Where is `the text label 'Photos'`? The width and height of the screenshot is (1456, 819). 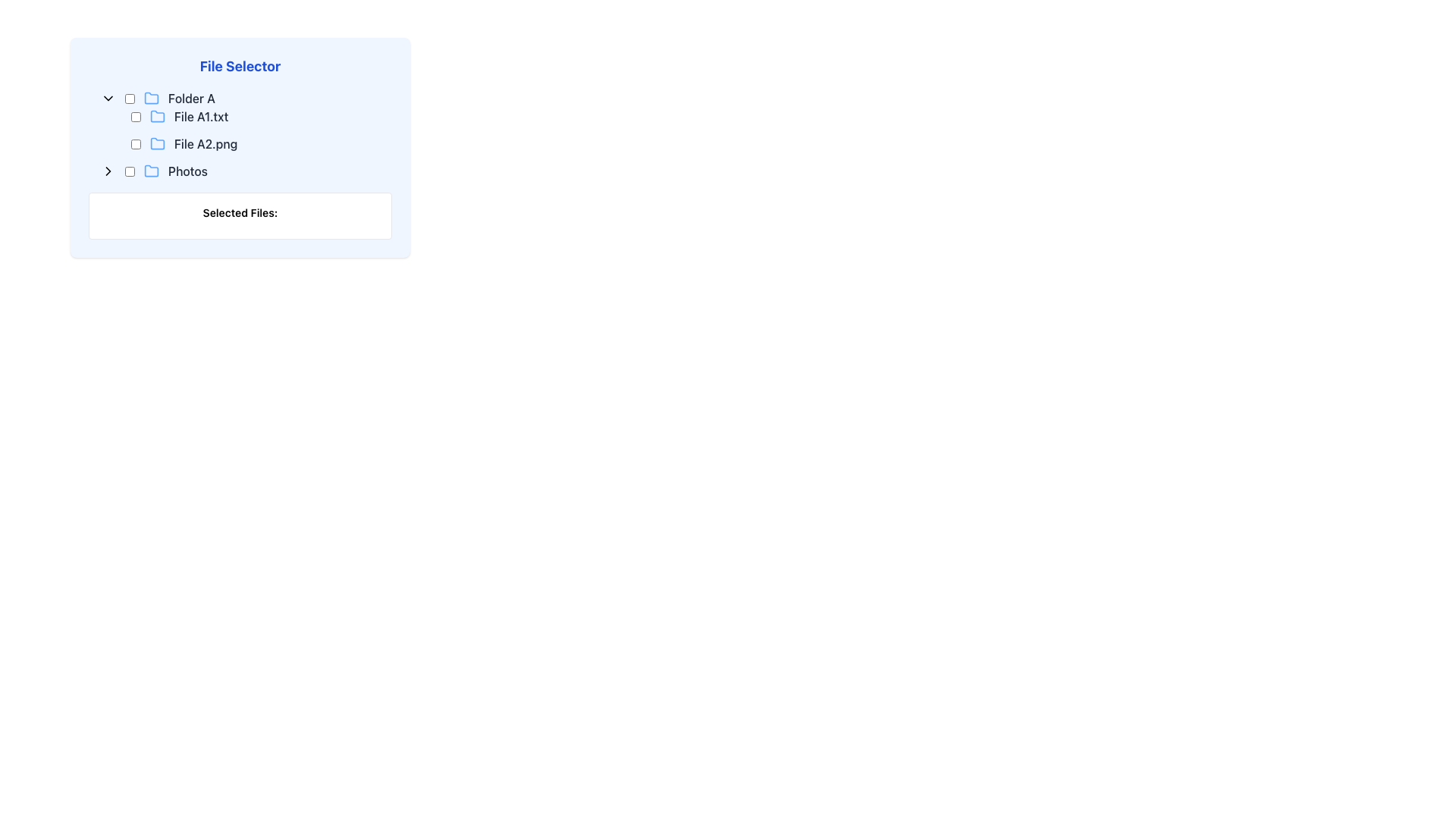
the text label 'Photos' is located at coordinates (187, 171).